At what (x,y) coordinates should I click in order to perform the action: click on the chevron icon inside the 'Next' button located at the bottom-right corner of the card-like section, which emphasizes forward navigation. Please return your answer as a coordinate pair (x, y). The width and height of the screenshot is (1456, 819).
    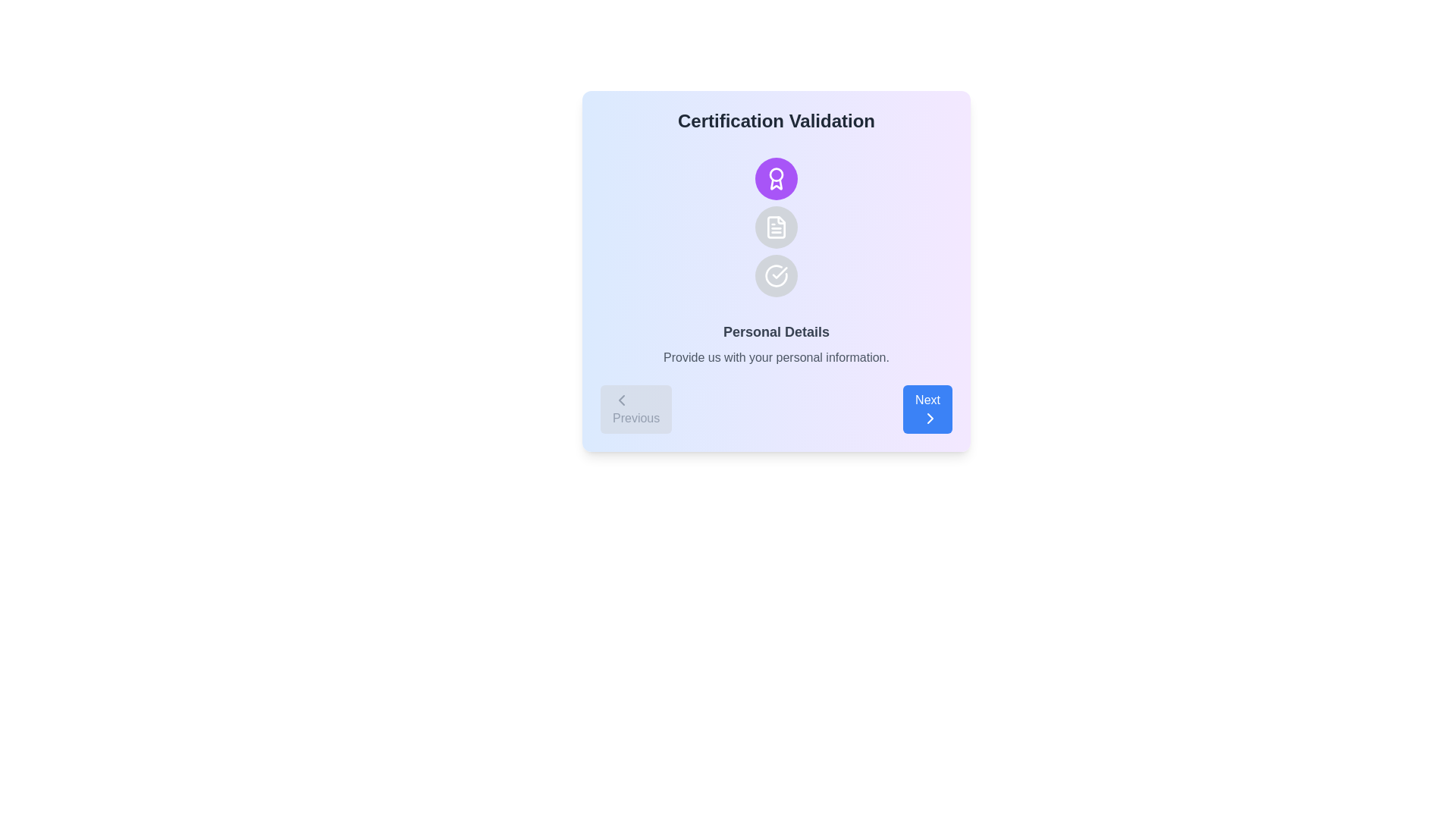
    Looking at the image, I should click on (930, 418).